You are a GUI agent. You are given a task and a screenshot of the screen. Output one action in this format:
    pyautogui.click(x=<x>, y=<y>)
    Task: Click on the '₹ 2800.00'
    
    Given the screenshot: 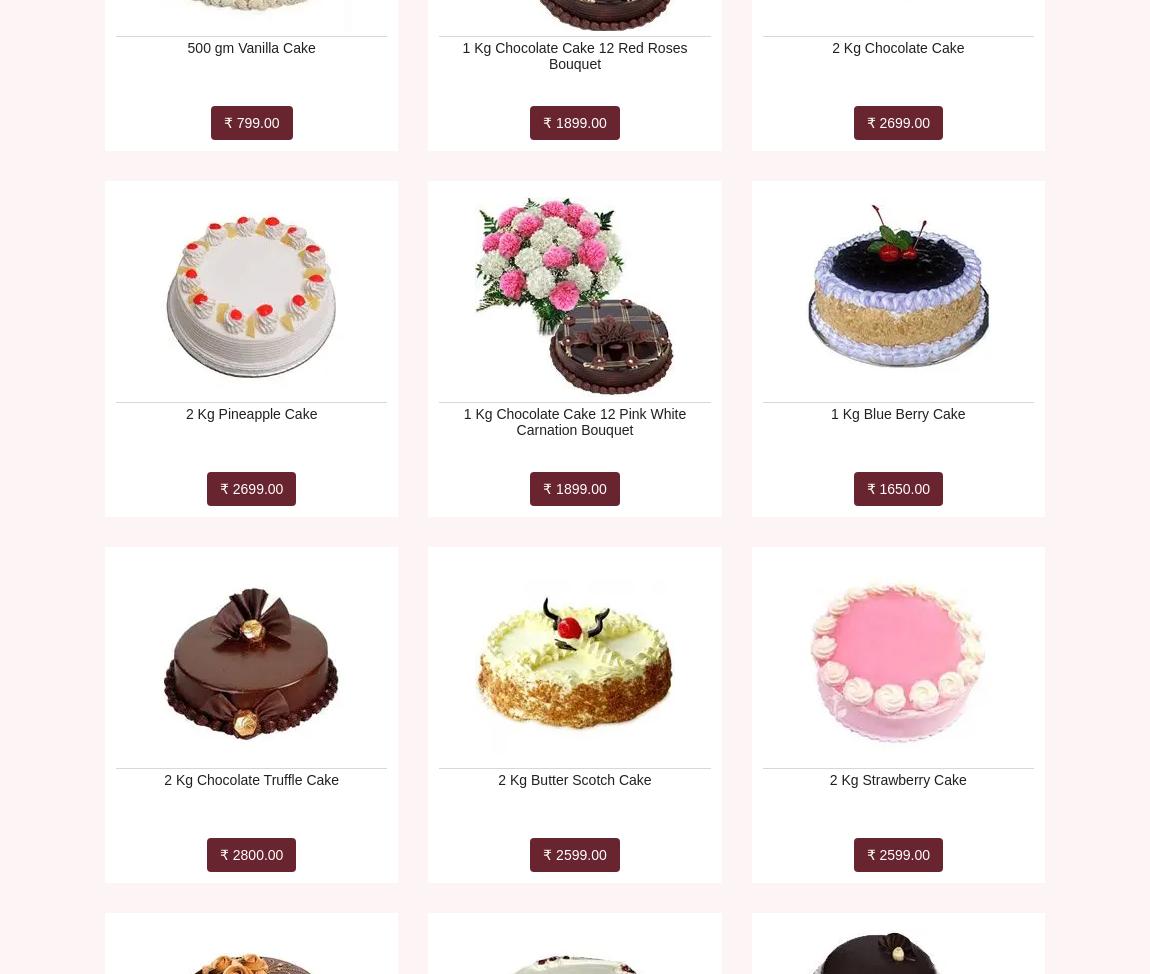 What is the action you would take?
    pyautogui.click(x=217, y=854)
    